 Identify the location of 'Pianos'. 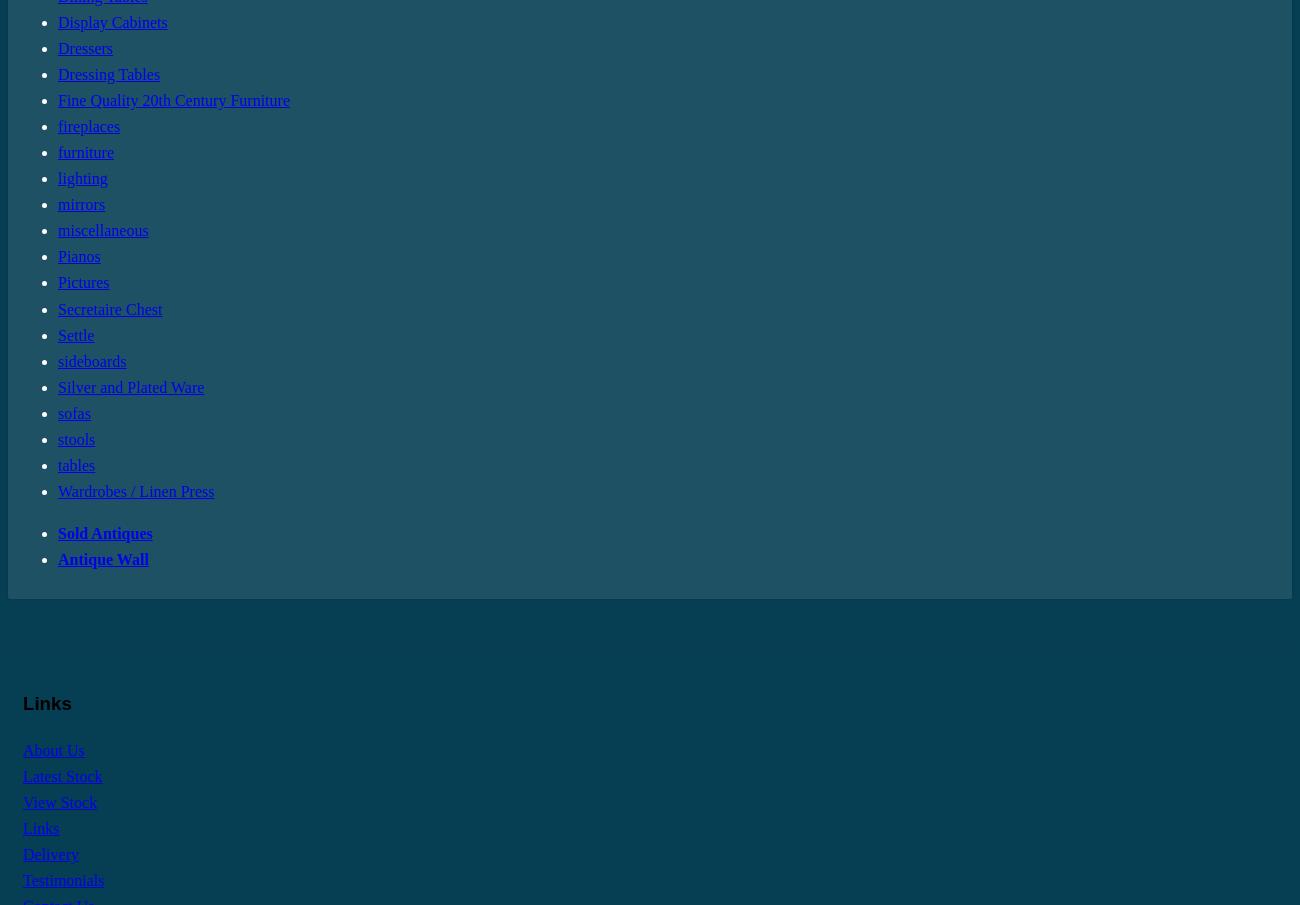
(57, 256).